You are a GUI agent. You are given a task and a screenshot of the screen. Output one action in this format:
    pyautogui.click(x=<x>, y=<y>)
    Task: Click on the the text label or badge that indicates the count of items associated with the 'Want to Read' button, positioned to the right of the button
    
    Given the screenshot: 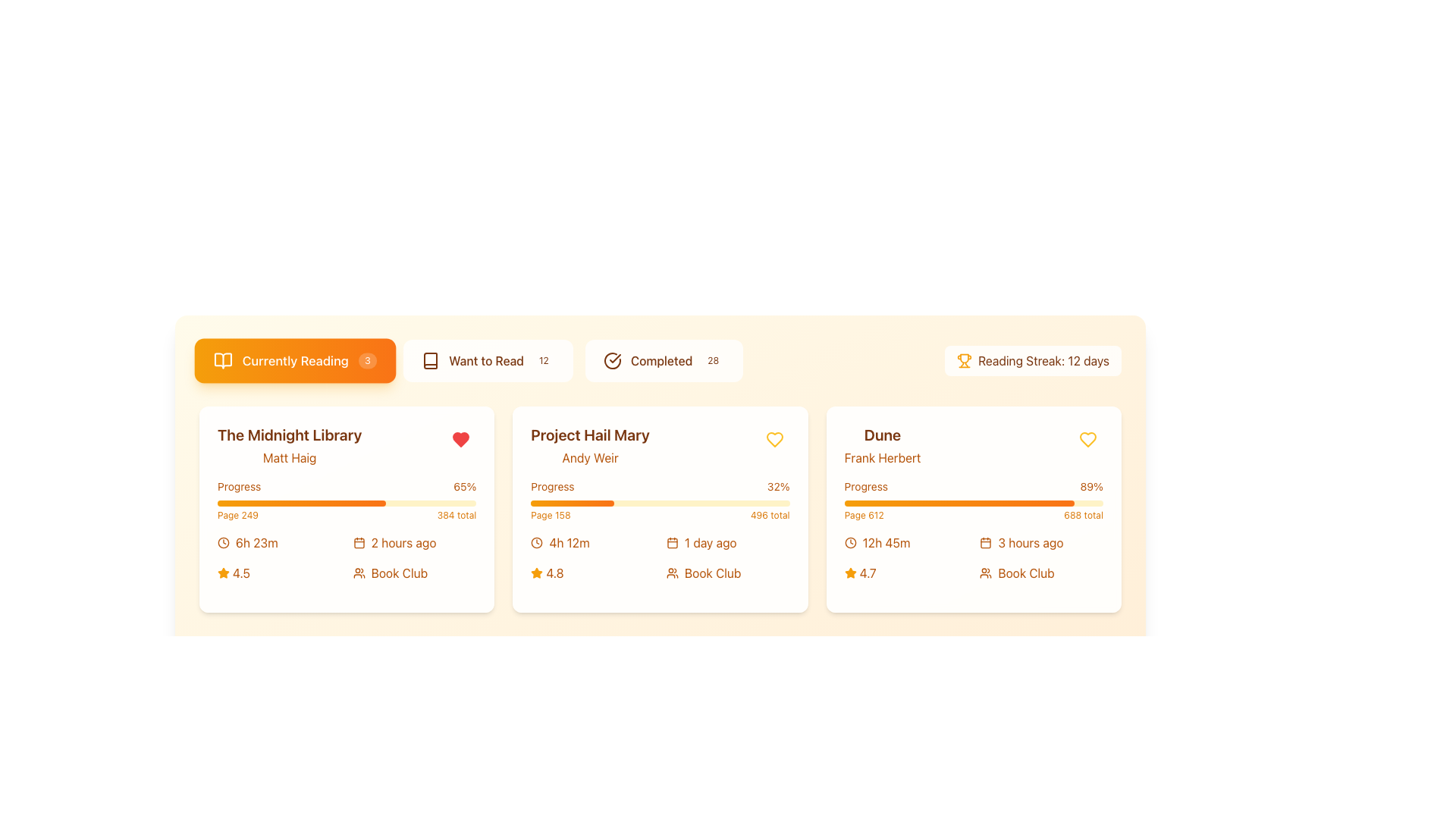 What is the action you would take?
    pyautogui.click(x=544, y=360)
    